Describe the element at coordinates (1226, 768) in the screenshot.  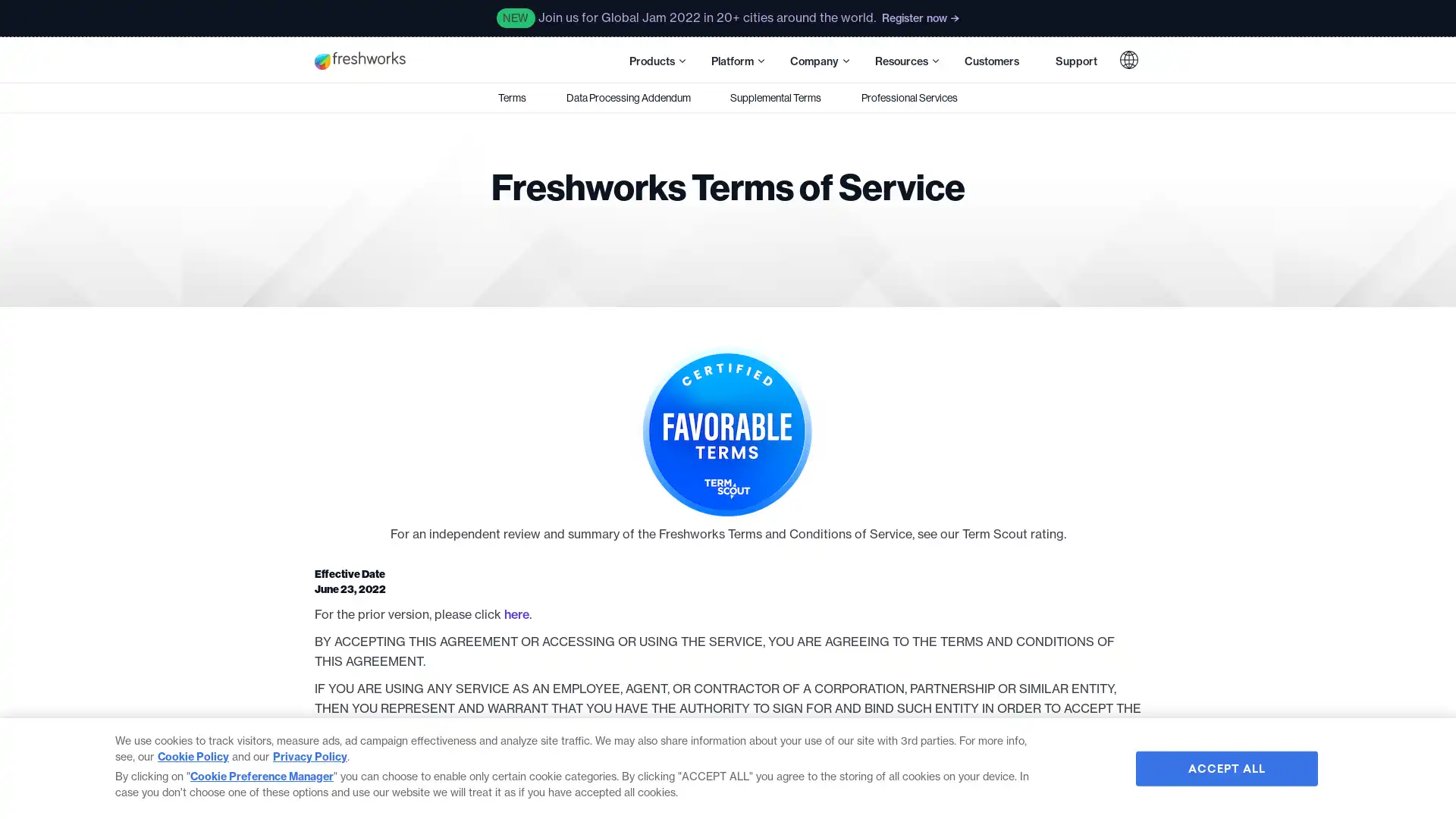
I see `ACCEPT ALL` at that location.